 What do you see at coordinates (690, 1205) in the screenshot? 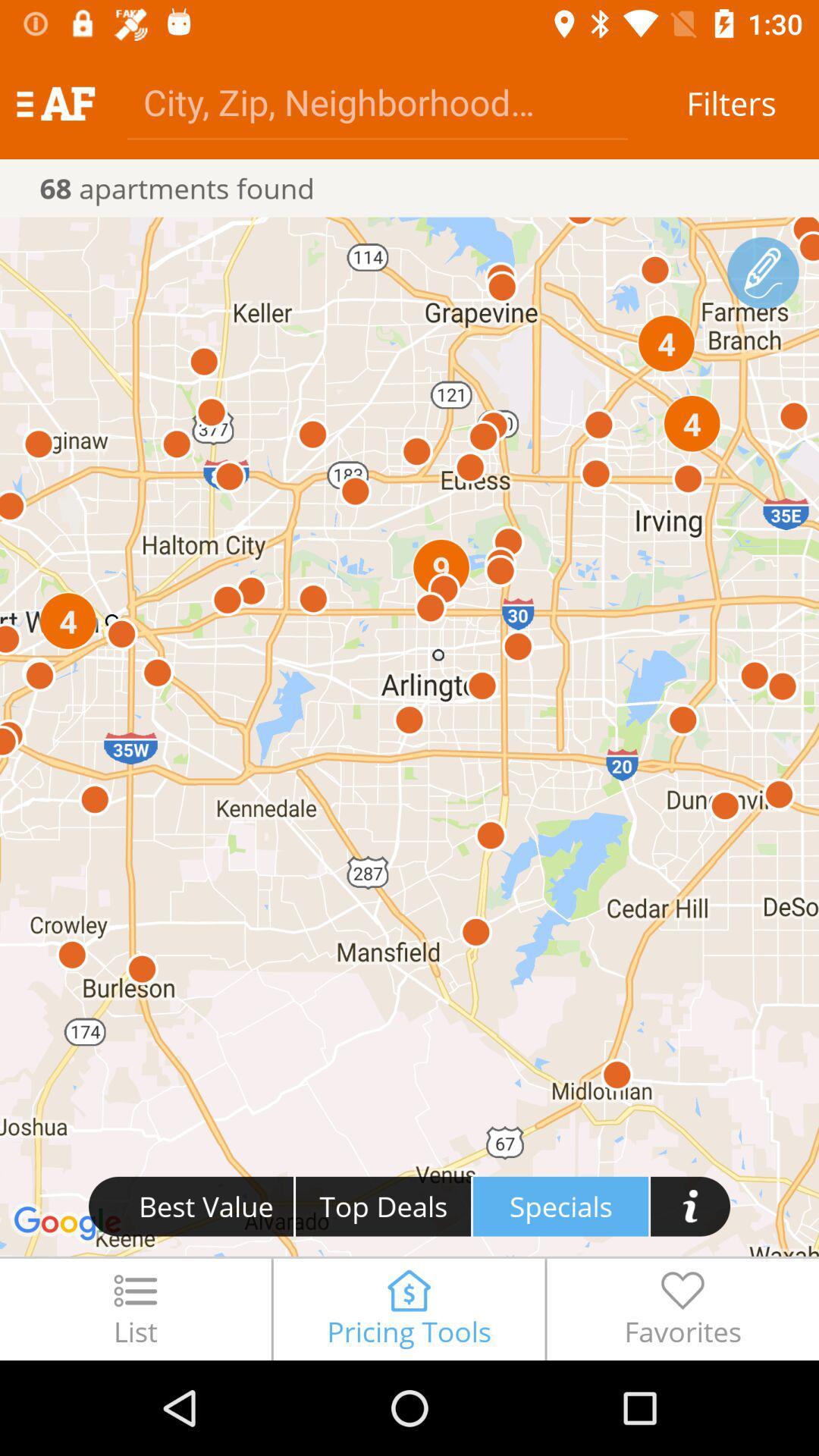
I see `button i` at bounding box center [690, 1205].